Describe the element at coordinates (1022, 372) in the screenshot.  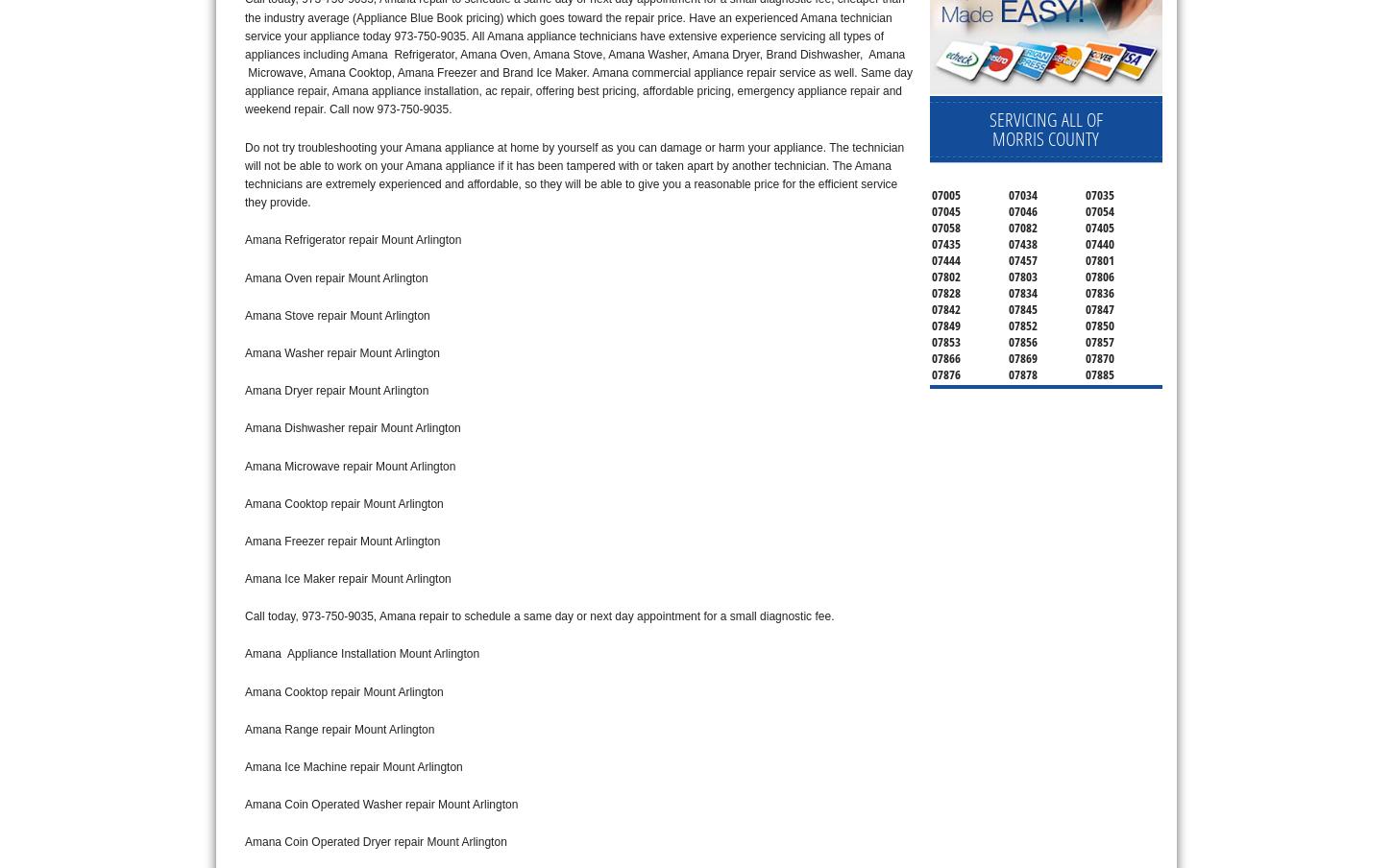
I see `'07878'` at that location.